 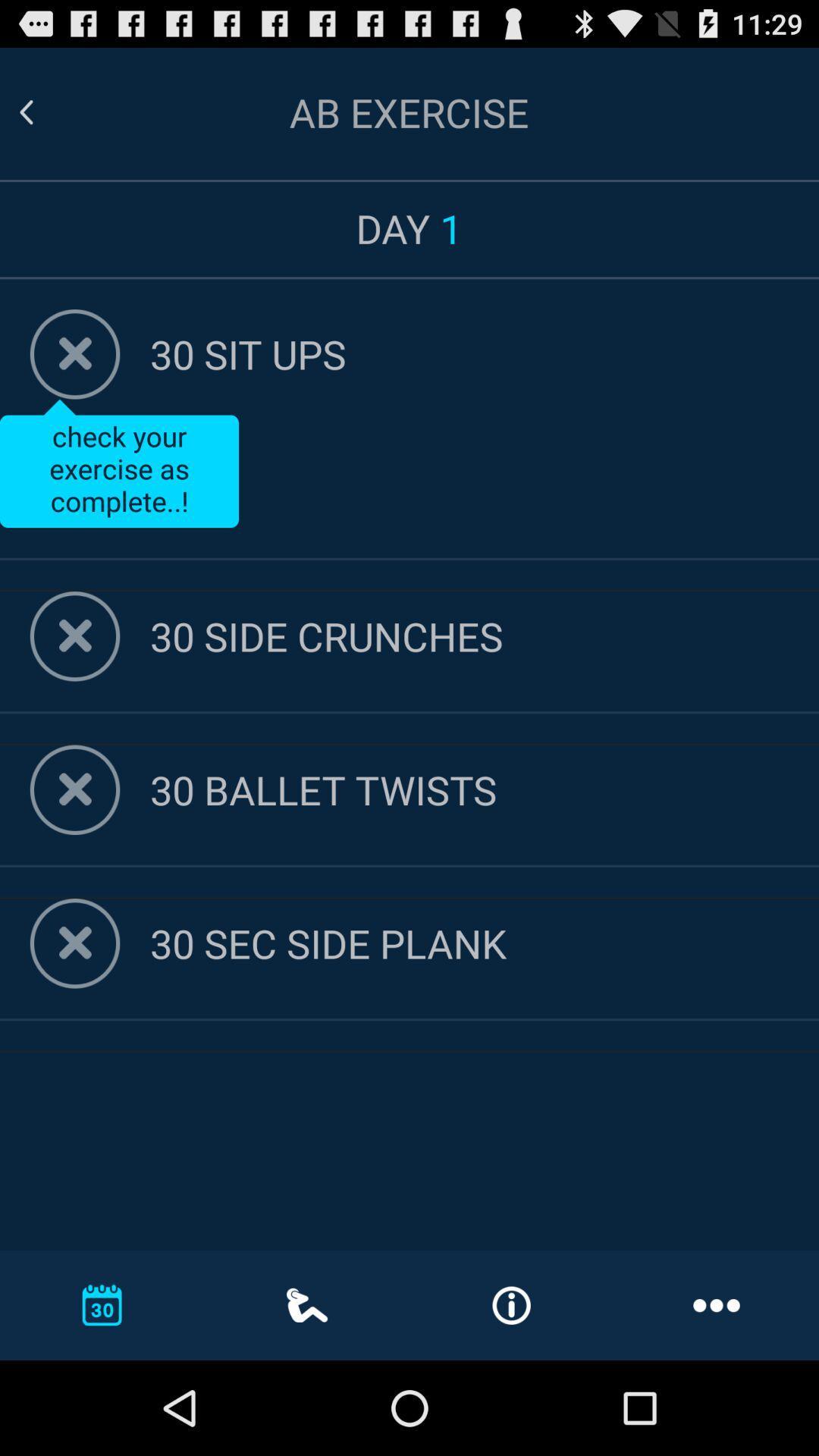 What do you see at coordinates (75, 636) in the screenshot?
I see `delete the entry` at bounding box center [75, 636].